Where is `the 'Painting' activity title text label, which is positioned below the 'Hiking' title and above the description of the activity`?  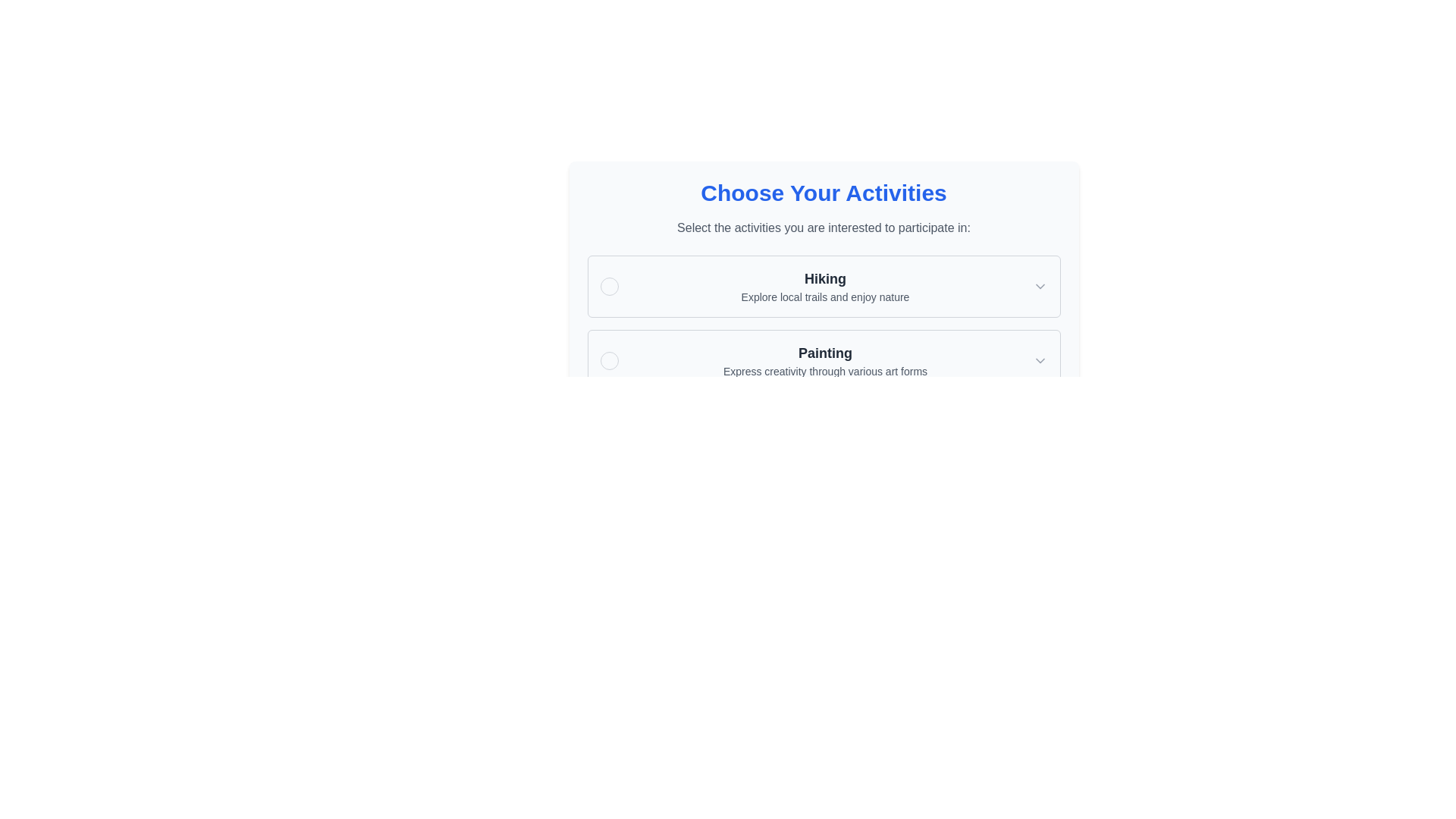 the 'Painting' activity title text label, which is positioned below the 'Hiking' title and above the description of the activity is located at coordinates (824, 353).